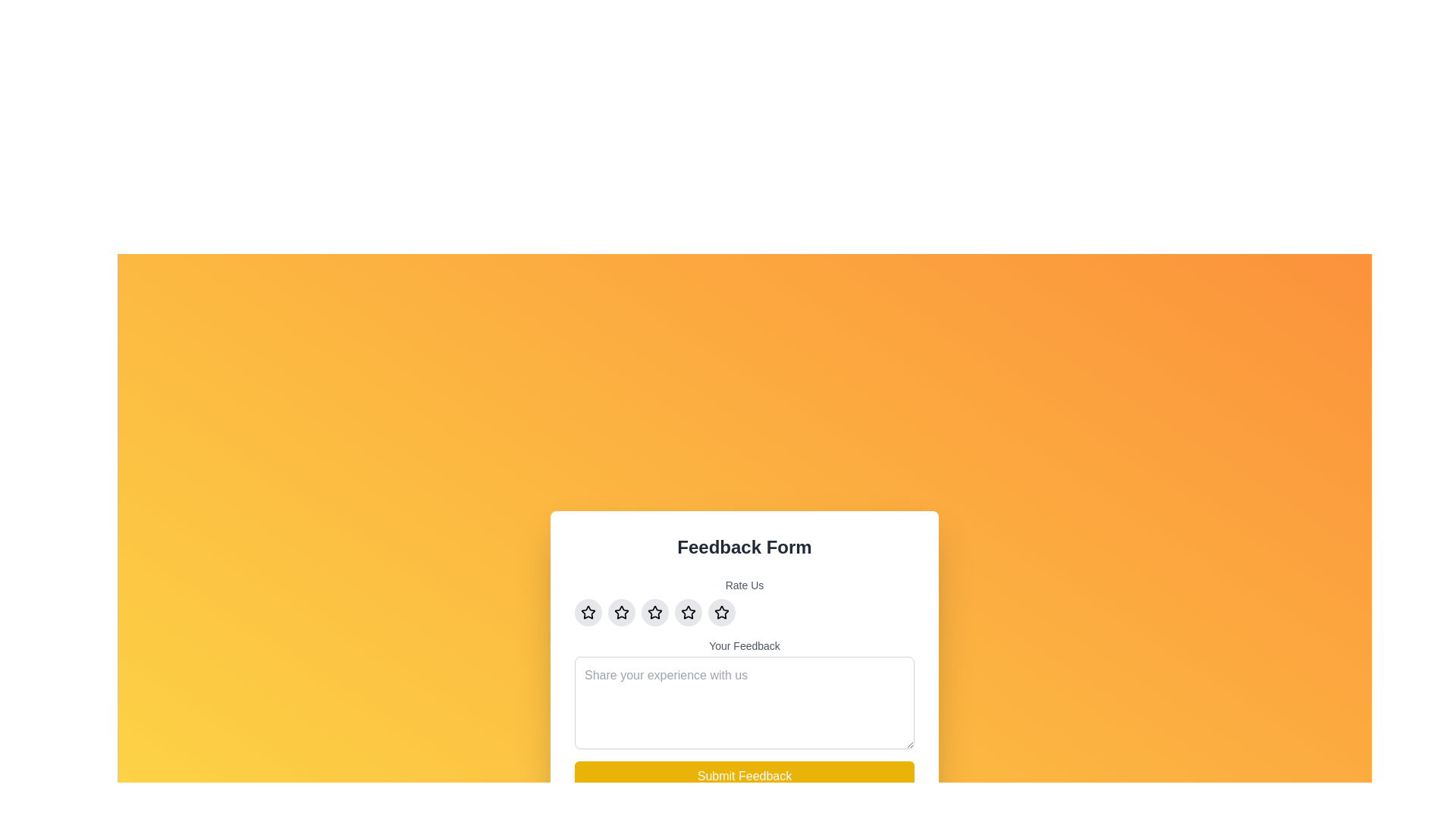 This screenshot has height=819, width=1456. Describe the element at coordinates (720, 611) in the screenshot. I see `the fifth star icon in the rating component of the feedback form interface` at that location.